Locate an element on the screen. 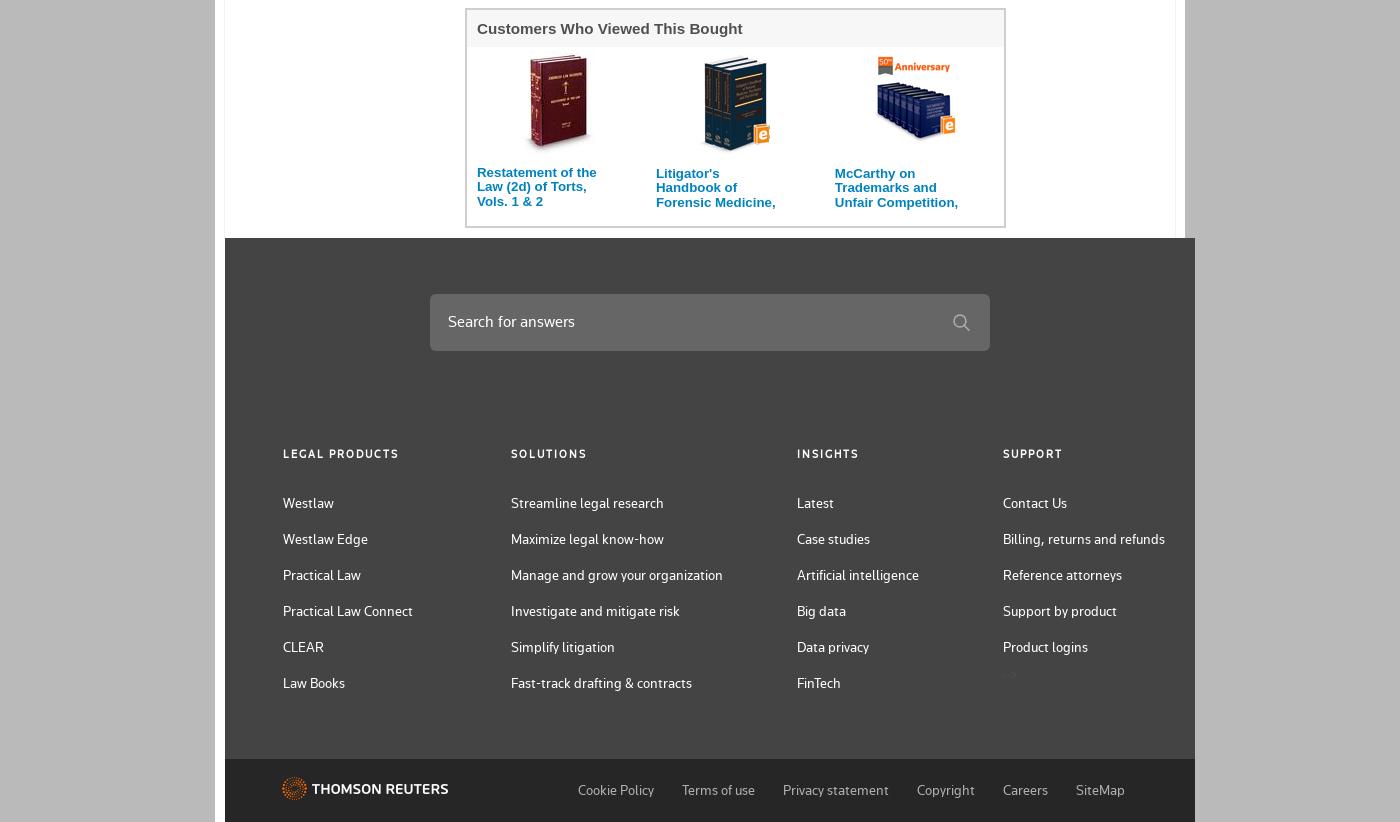  'CLEAR' is located at coordinates (282, 646).